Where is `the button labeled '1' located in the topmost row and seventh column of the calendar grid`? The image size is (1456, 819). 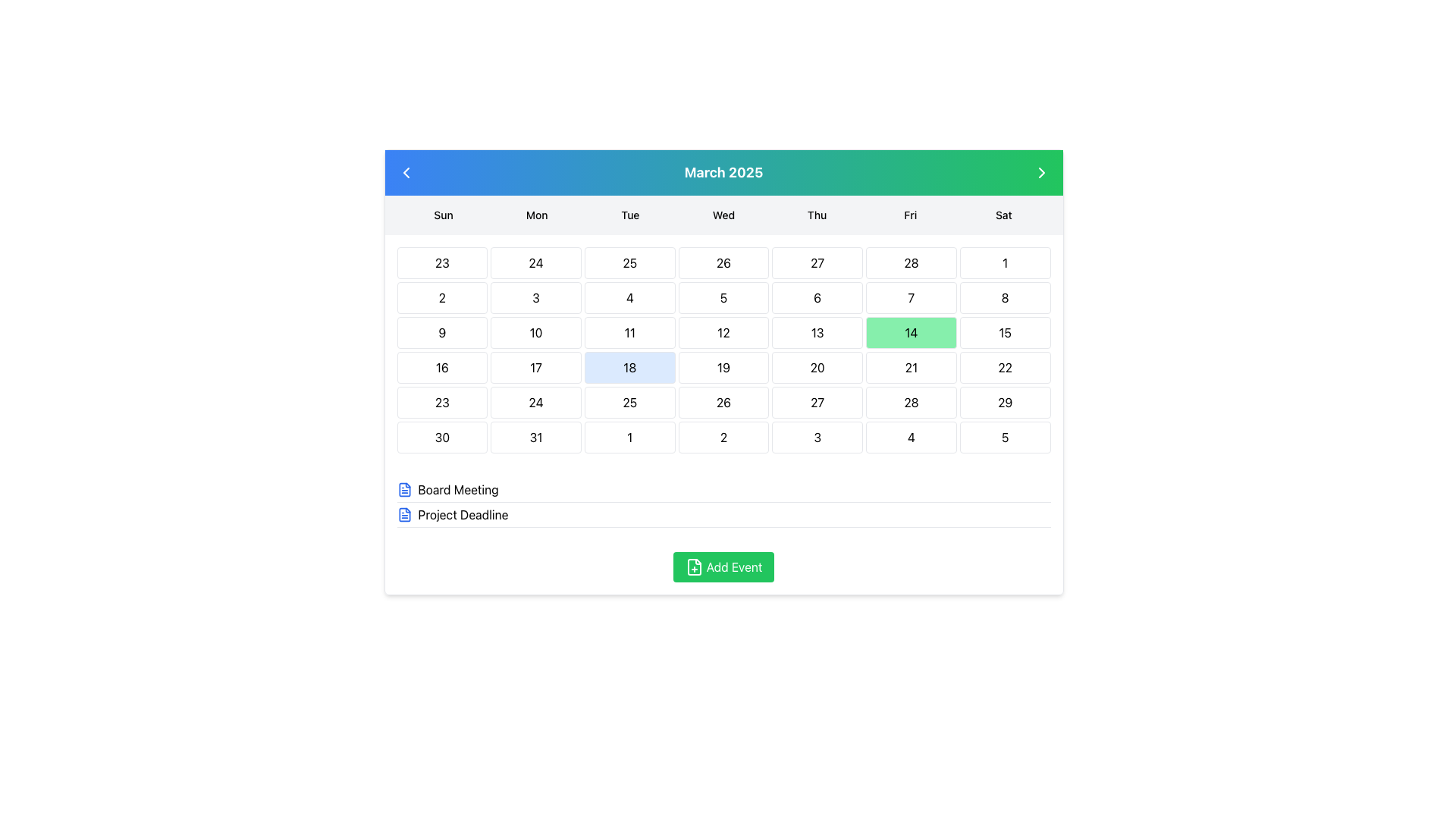 the button labeled '1' located in the topmost row and seventh column of the calendar grid is located at coordinates (1005, 262).